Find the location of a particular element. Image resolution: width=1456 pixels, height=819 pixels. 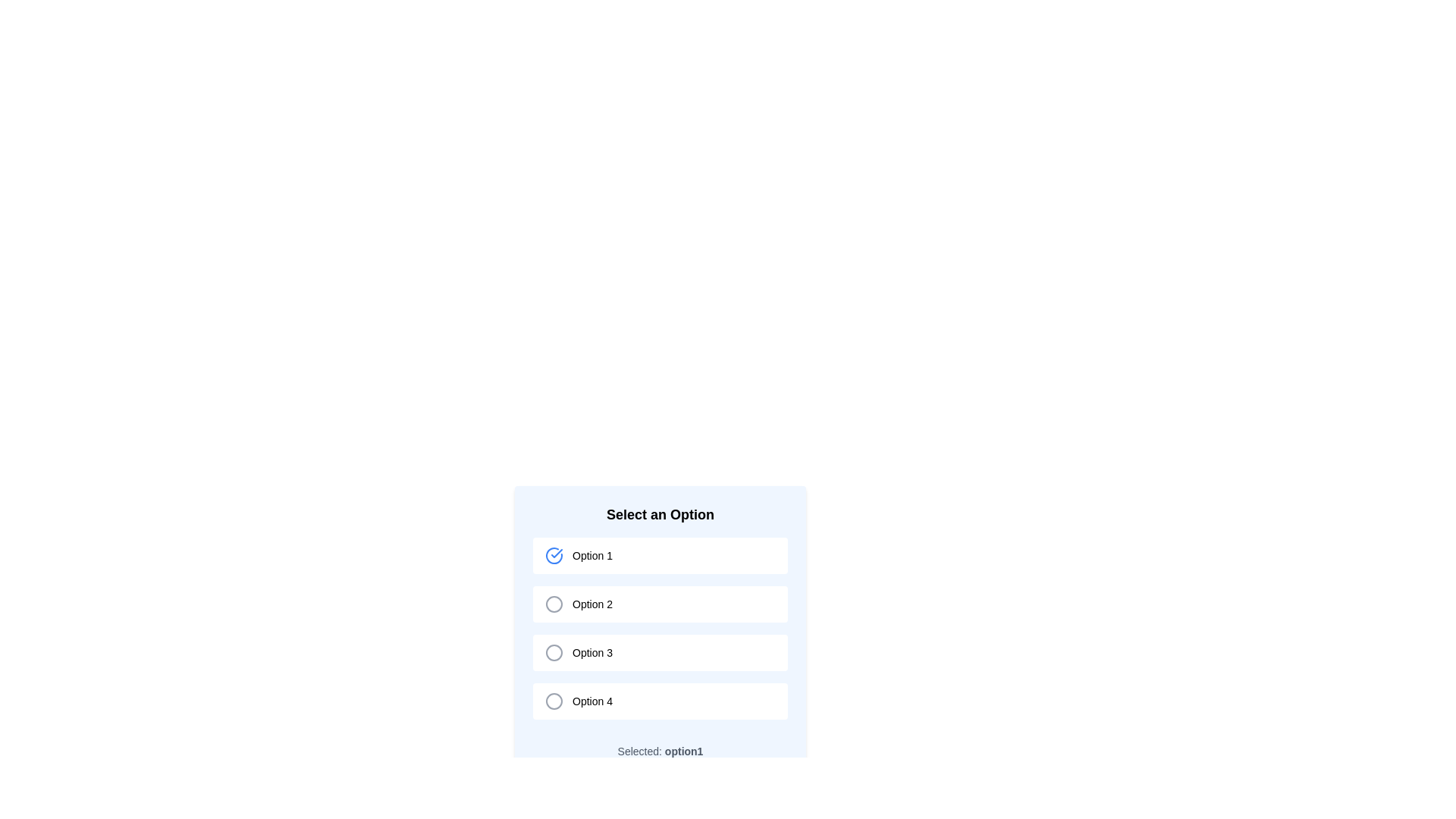

the third selectable option in the radio list labeled 'Option 3' under the title 'Select an Option' is located at coordinates (660, 632).